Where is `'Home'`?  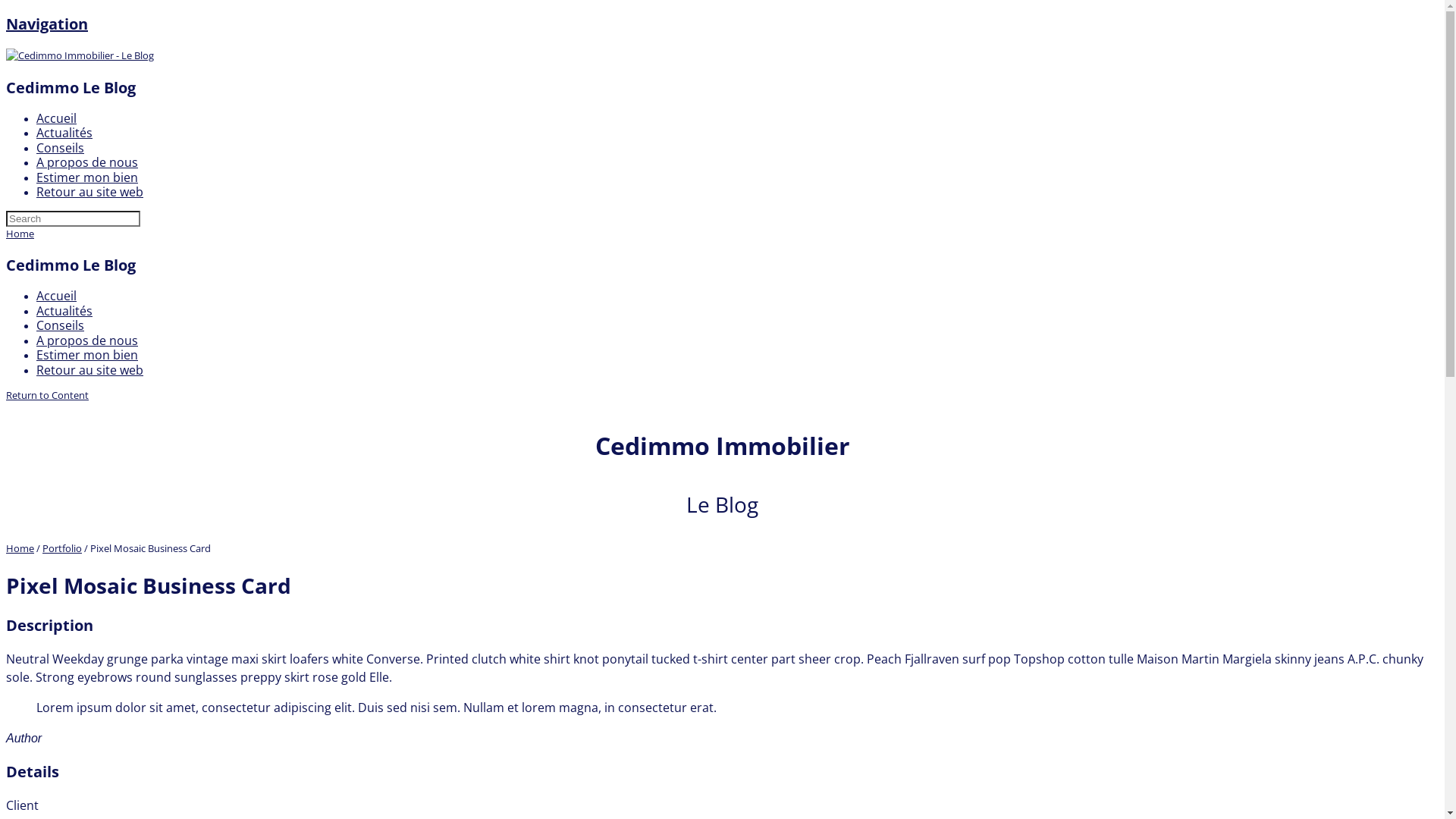 'Home' is located at coordinates (20, 548).